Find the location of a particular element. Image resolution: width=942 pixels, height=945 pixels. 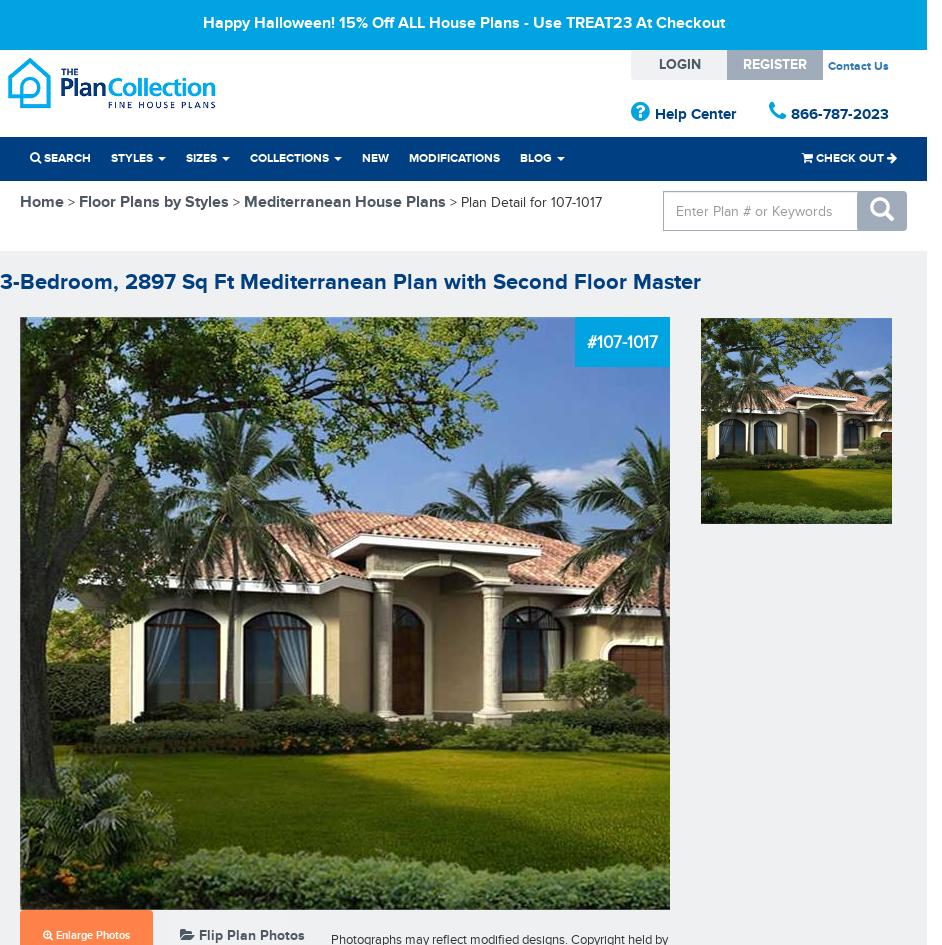

'Check Out' is located at coordinates (812, 157).